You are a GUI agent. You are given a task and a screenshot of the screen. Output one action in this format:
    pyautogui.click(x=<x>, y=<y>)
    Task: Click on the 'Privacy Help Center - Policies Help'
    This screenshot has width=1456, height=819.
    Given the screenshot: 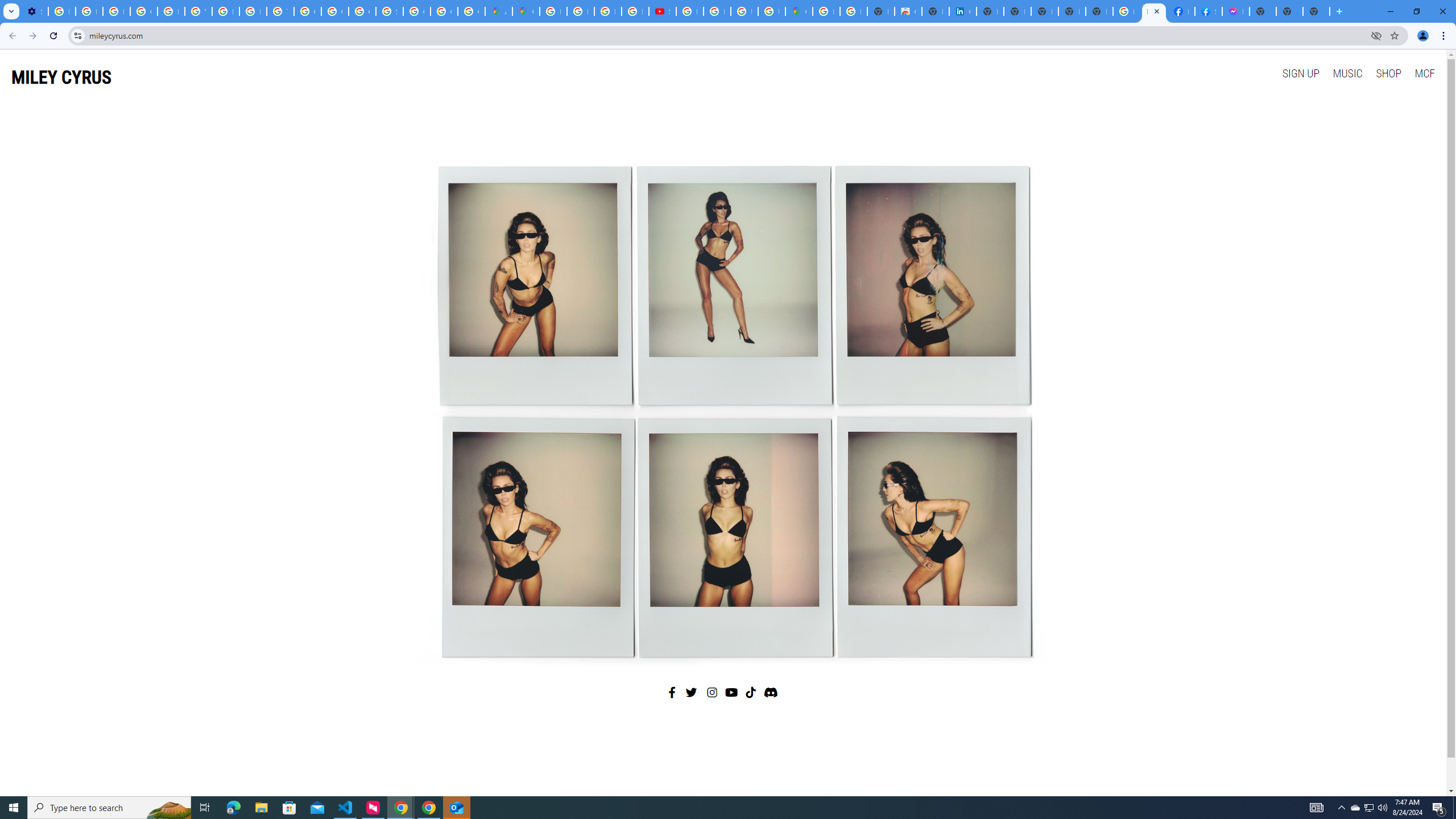 What is the action you would take?
    pyautogui.click(x=170, y=11)
    